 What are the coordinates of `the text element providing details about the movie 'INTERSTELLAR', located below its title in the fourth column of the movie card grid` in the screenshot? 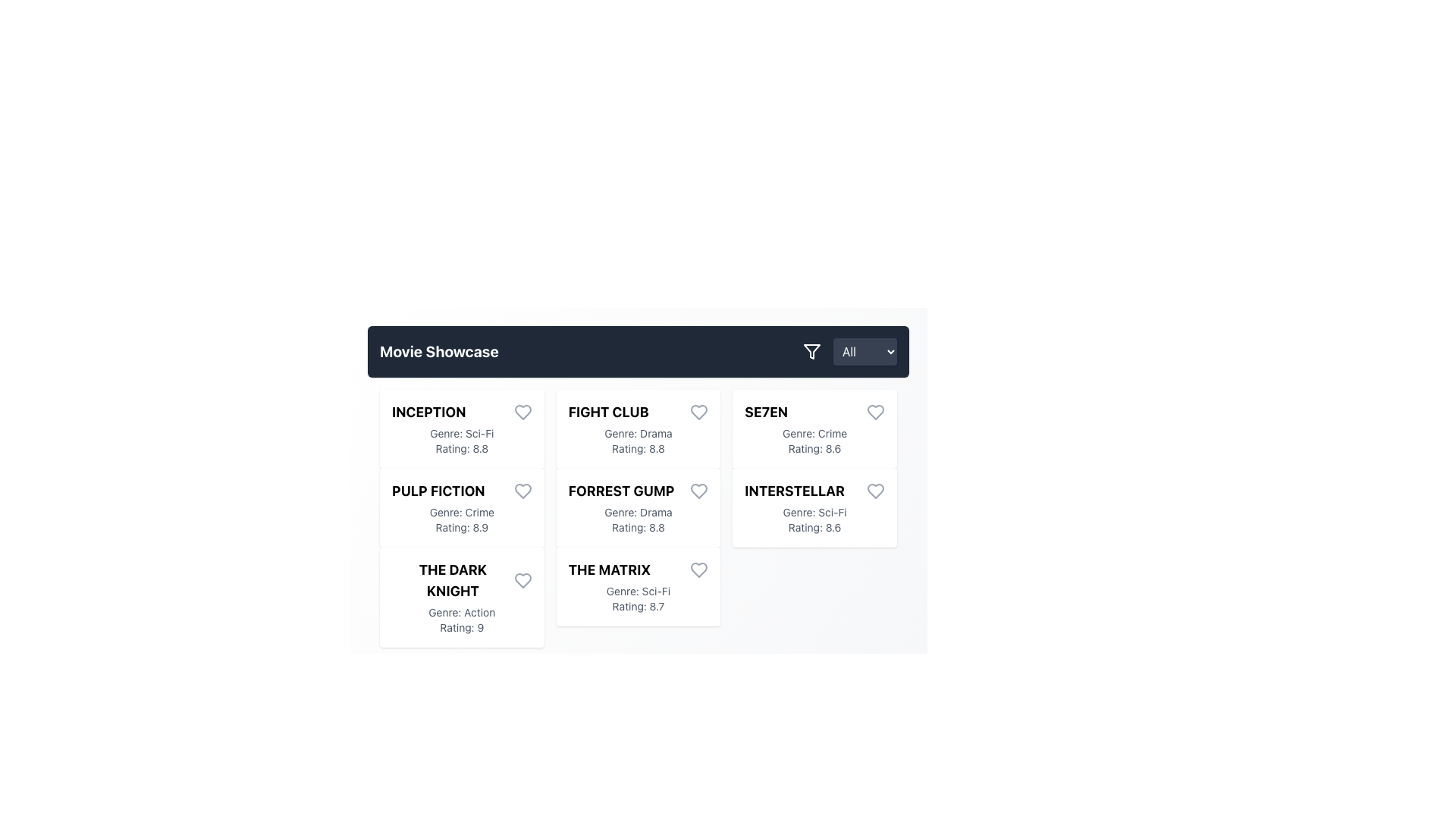 It's located at (814, 519).